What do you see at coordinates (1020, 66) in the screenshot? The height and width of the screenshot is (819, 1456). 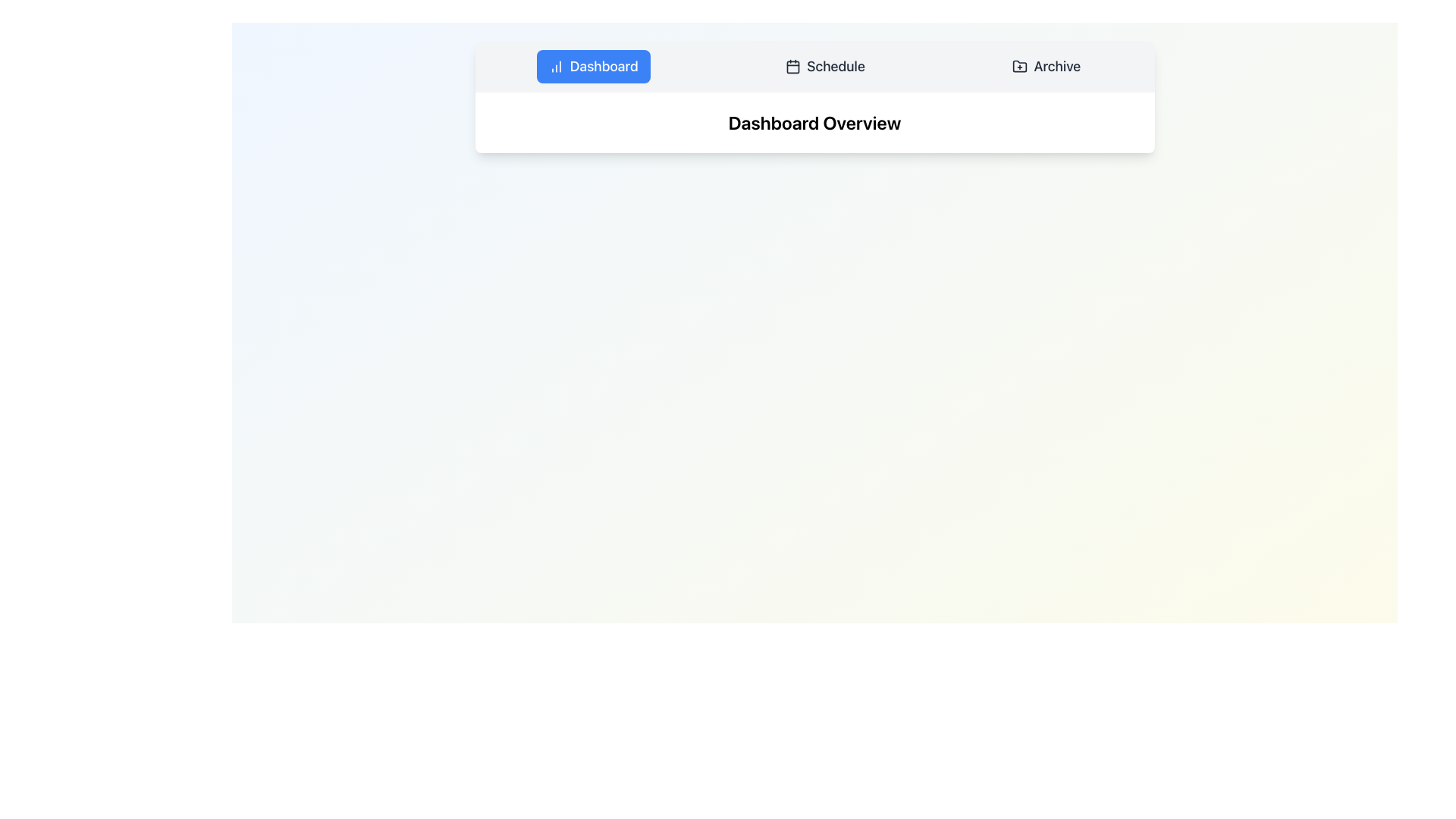 I see `the folder icon with a plus sign inside it, located within the Archive button group on the rightmost side of the horizontal navigation bar` at bounding box center [1020, 66].